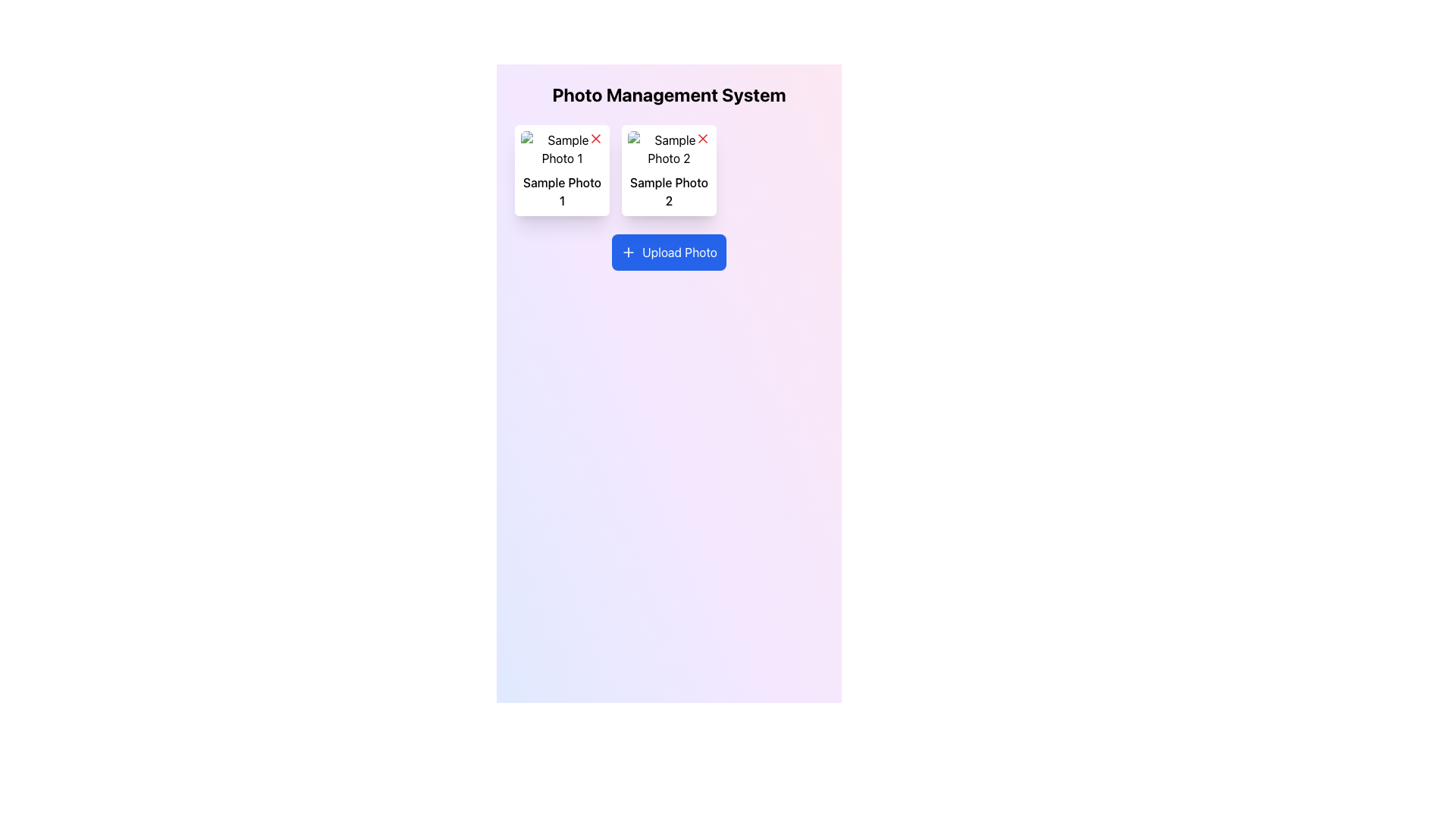  What do you see at coordinates (668, 251) in the screenshot?
I see `the 'Upload Photo' button, which is a rectangular button with a rounded border and a vivid blue background, located below two photo preview cards` at bounding box center [668, 251].